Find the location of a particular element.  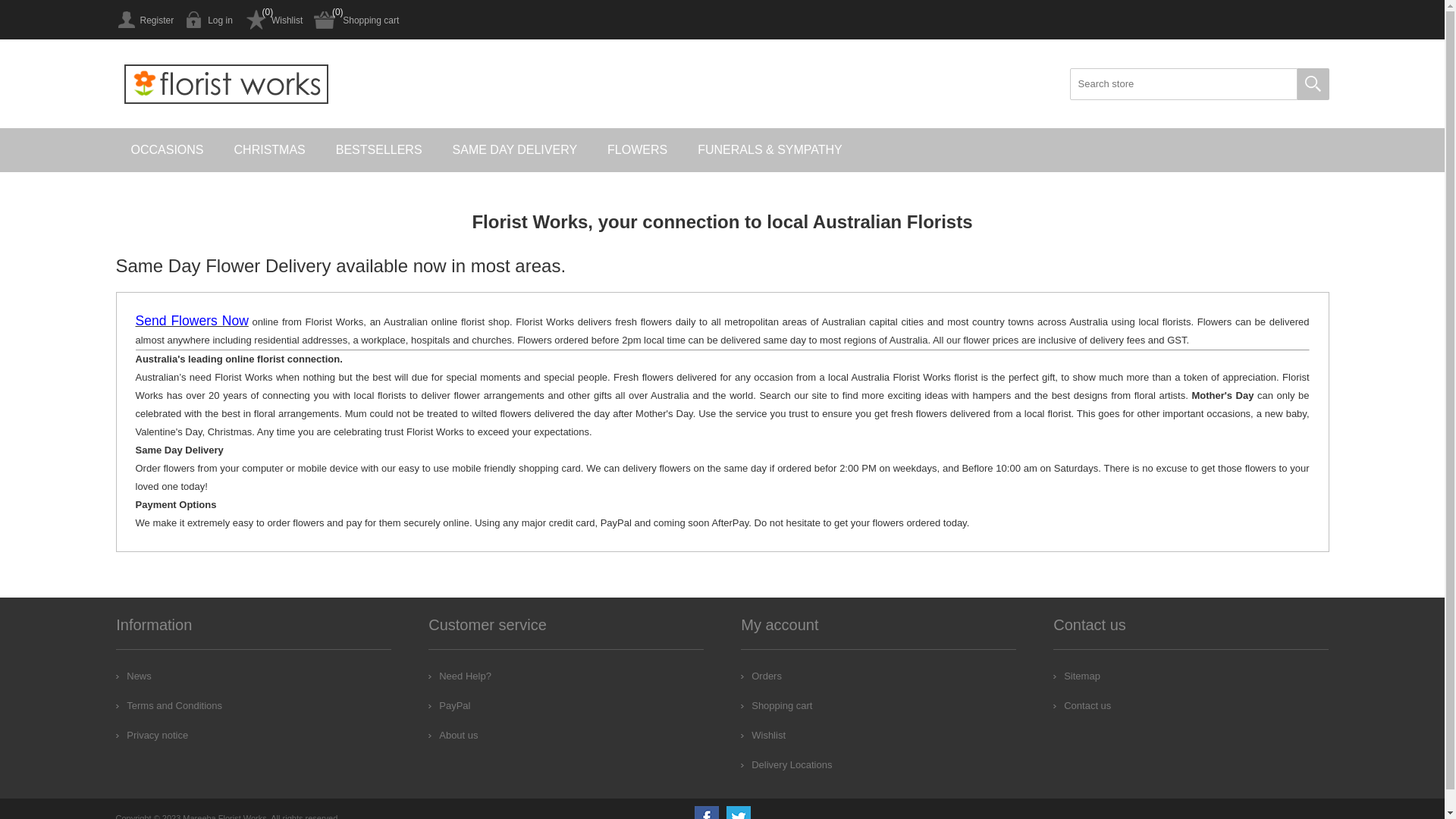

'Search' is located at coordinates (1312, 84).